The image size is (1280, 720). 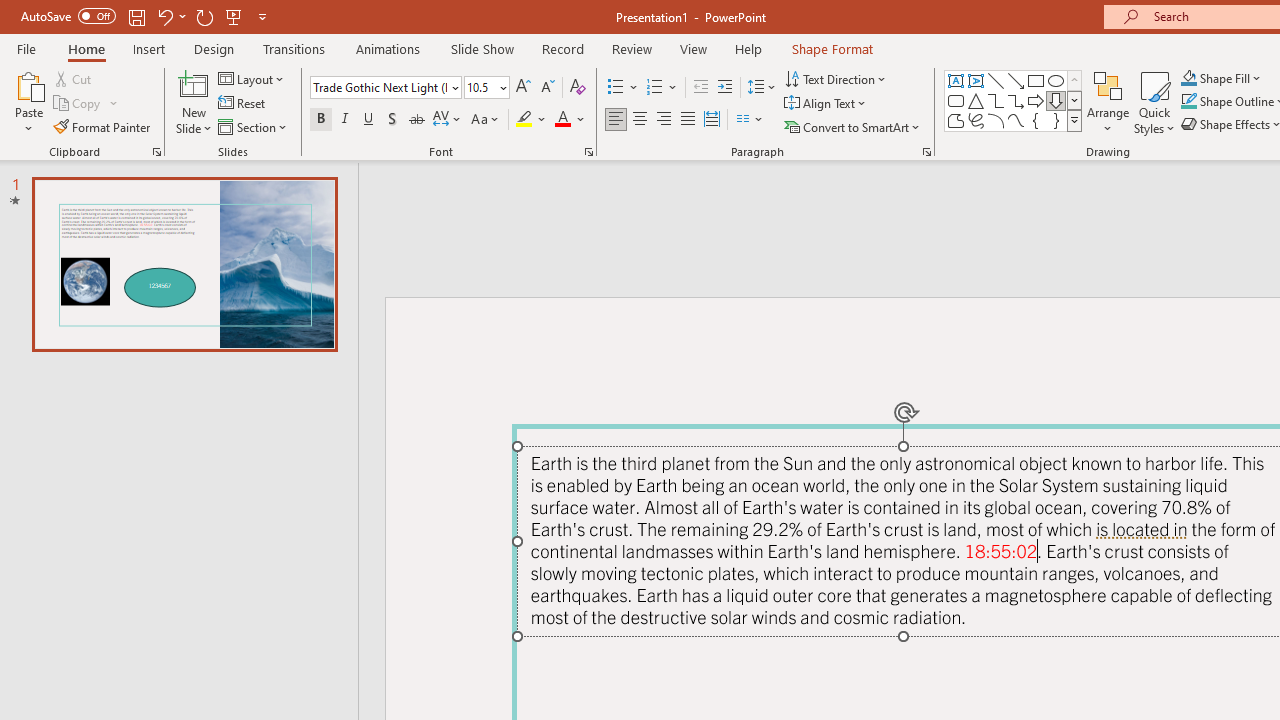 What do you see at coordinates (1016, 80) in the screenshot?
I see `'Line Arrow'` at bounding box center [1016, 80].